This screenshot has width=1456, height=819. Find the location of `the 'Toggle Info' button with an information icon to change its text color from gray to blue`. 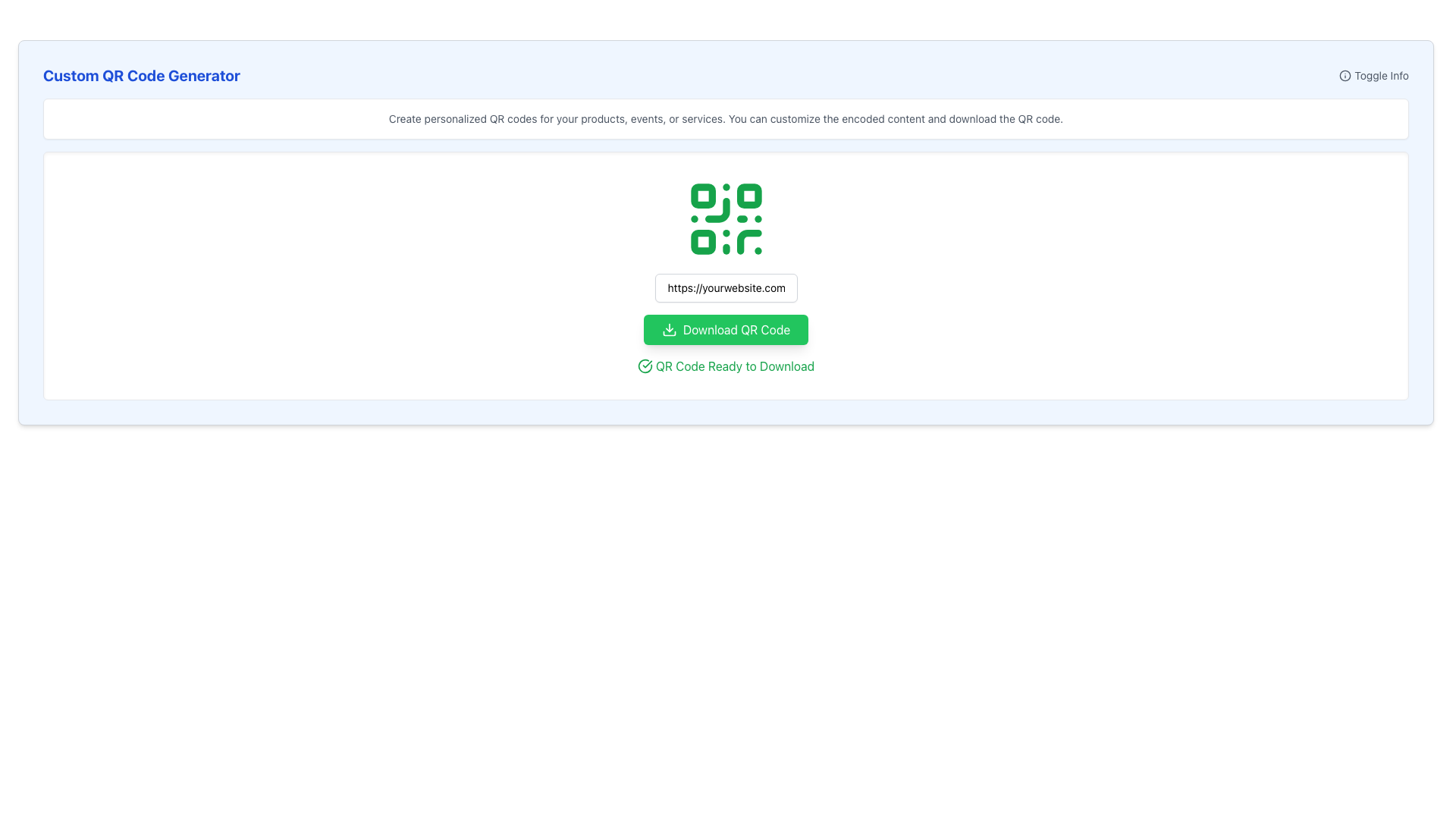

the 'Toggle Info' button with an information icon to change its text color from gray to blue is located at coordinates (1374, 76).